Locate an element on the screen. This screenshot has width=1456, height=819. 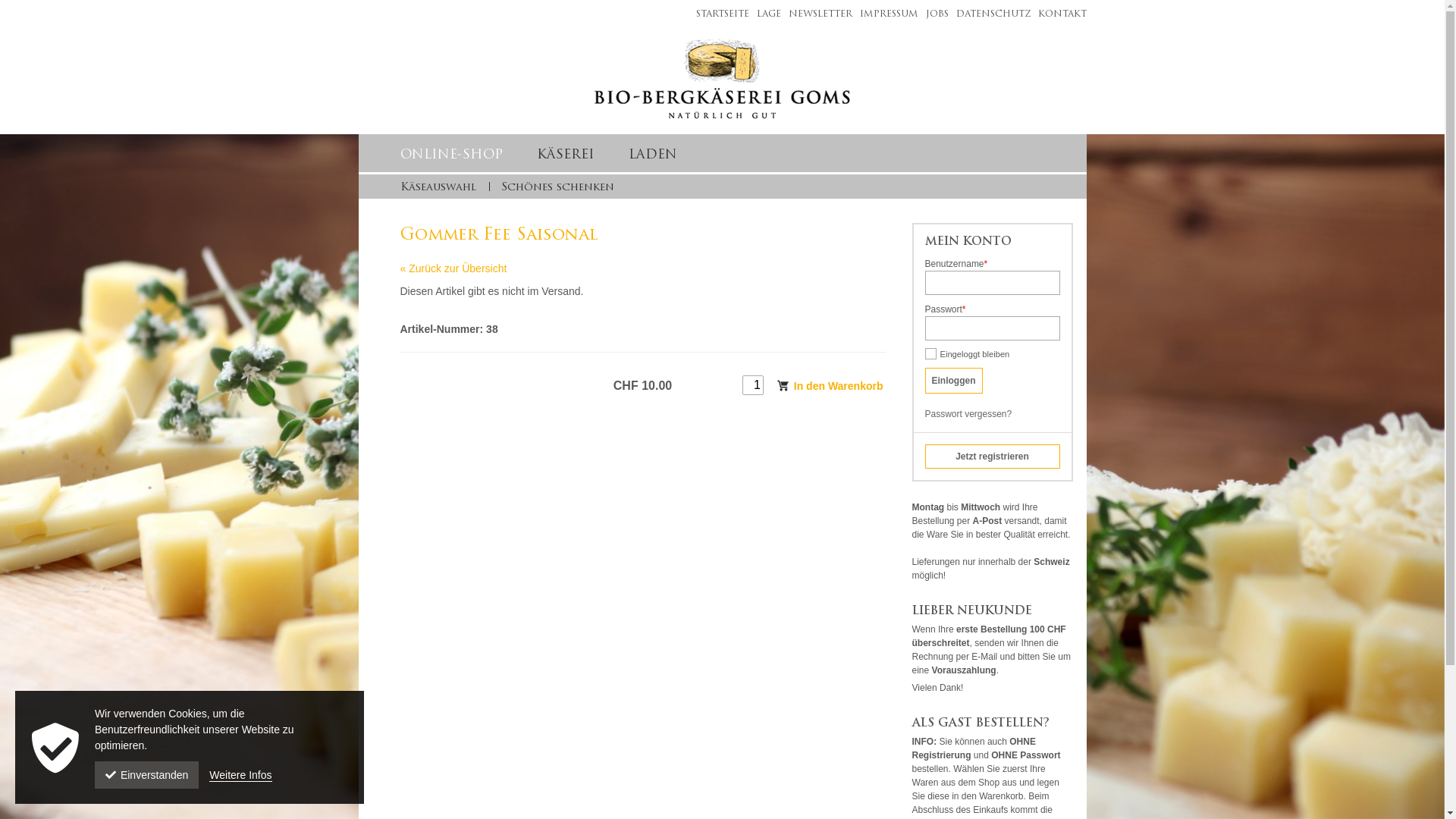
'STARTSEITE' is located at coordinates (717, 14).